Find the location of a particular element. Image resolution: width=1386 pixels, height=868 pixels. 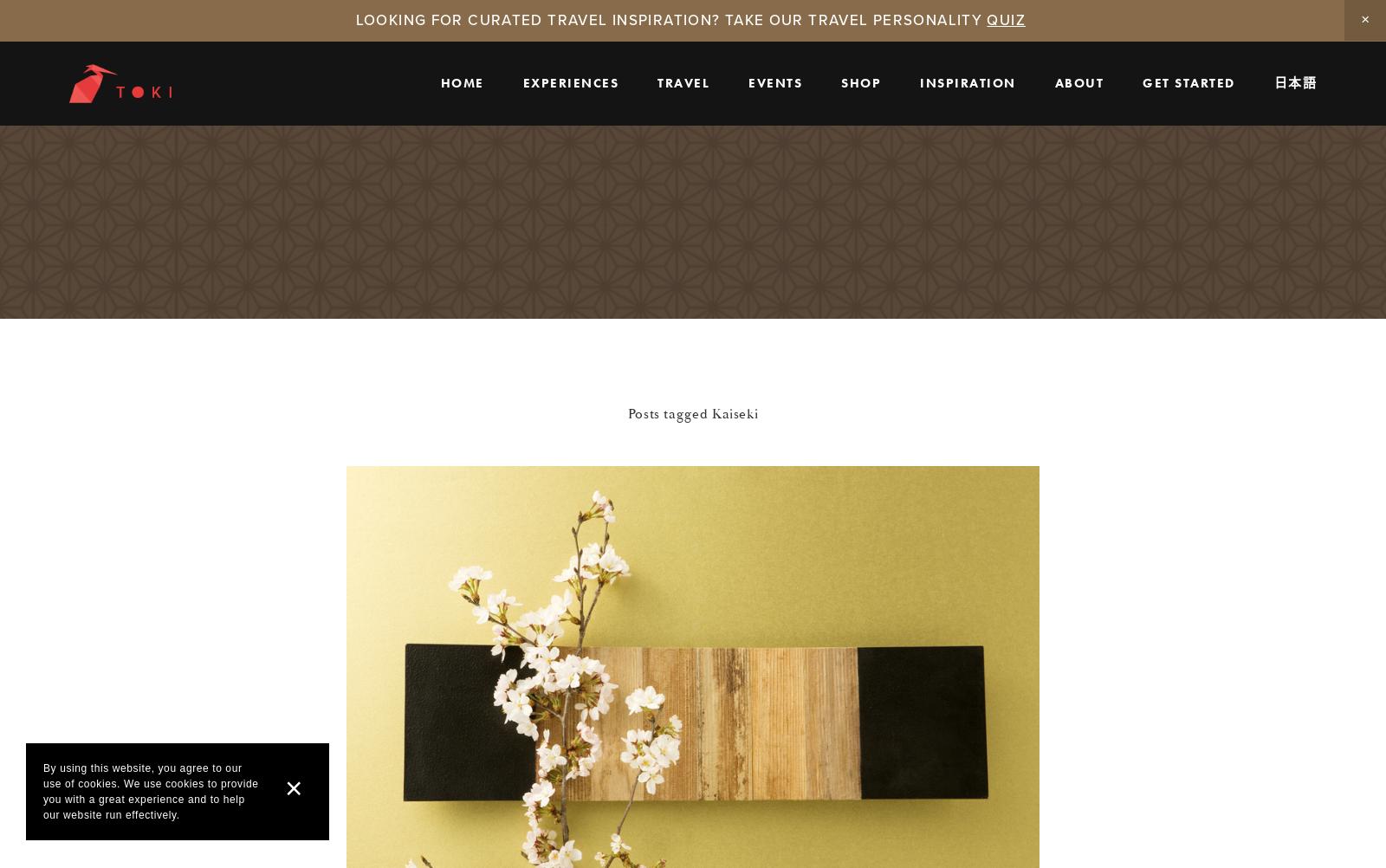

'Home' is located at coordinates (439, 81).